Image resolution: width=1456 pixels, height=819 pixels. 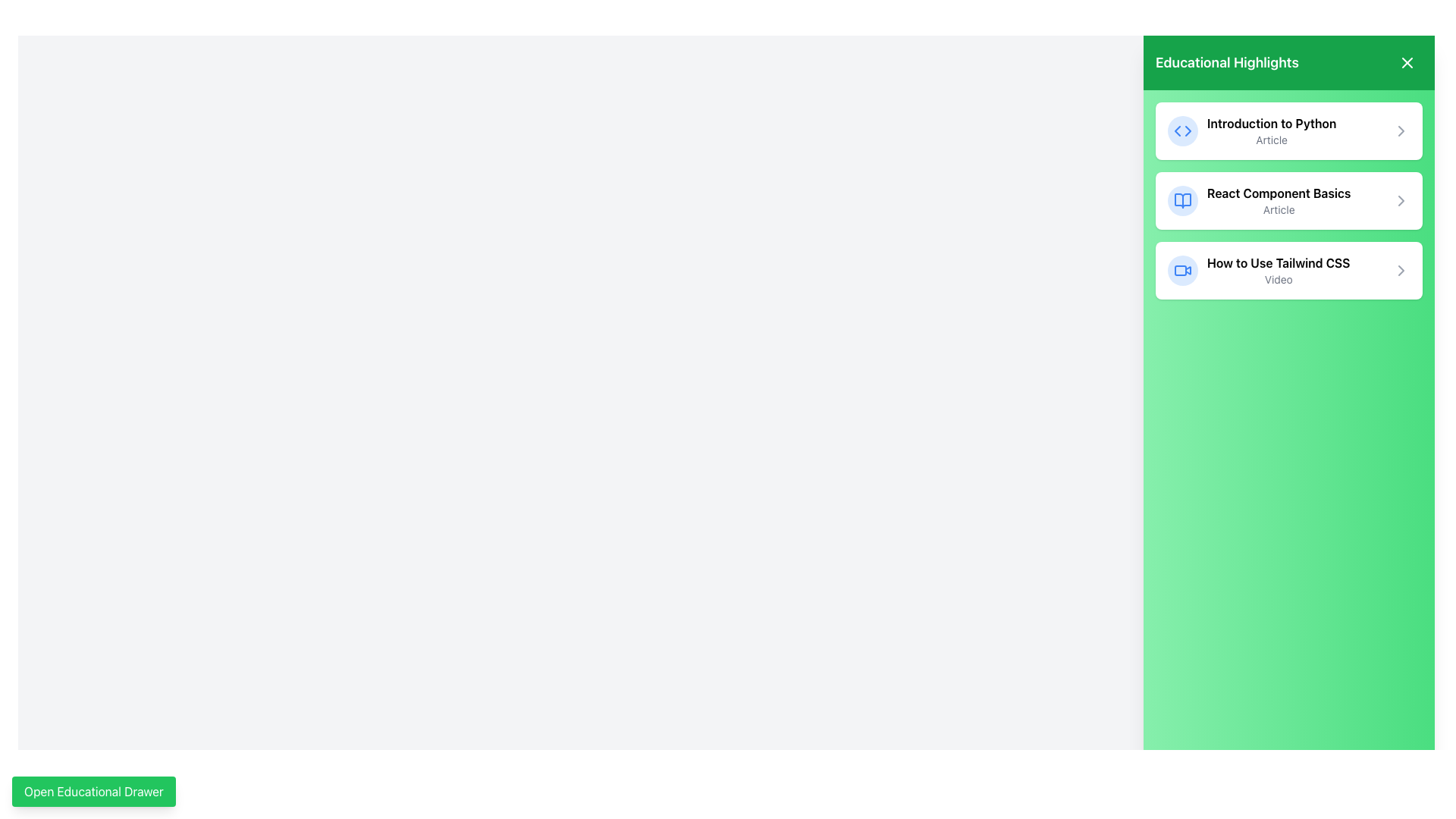 I want to click on the second card in the 'Educational Highlights' section, so click(x=1288, y=200).